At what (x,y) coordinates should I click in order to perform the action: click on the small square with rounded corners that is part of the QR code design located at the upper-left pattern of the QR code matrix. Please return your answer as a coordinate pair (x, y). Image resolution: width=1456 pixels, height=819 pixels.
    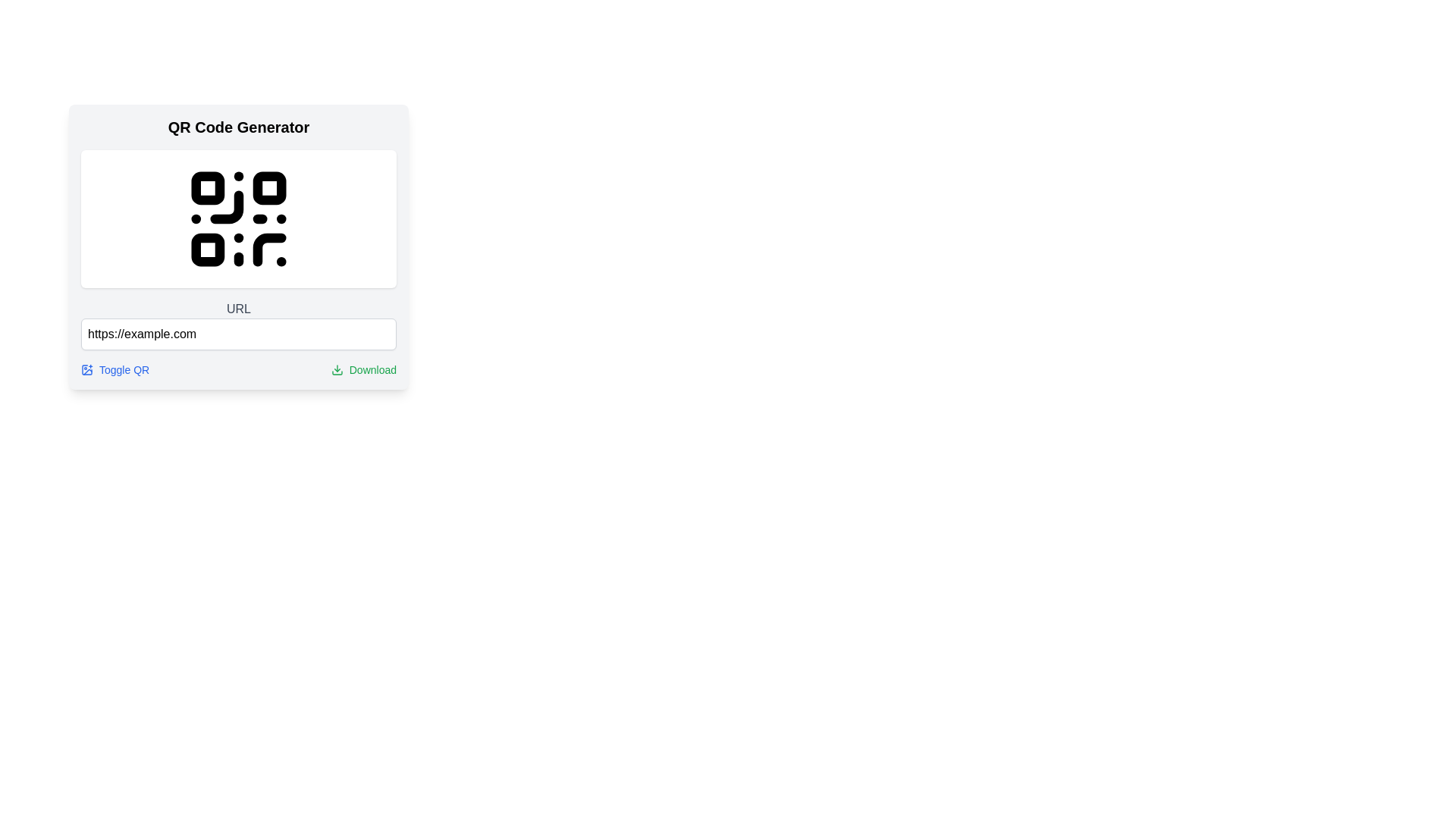
    Looking at the image, I should click on (207, 187).